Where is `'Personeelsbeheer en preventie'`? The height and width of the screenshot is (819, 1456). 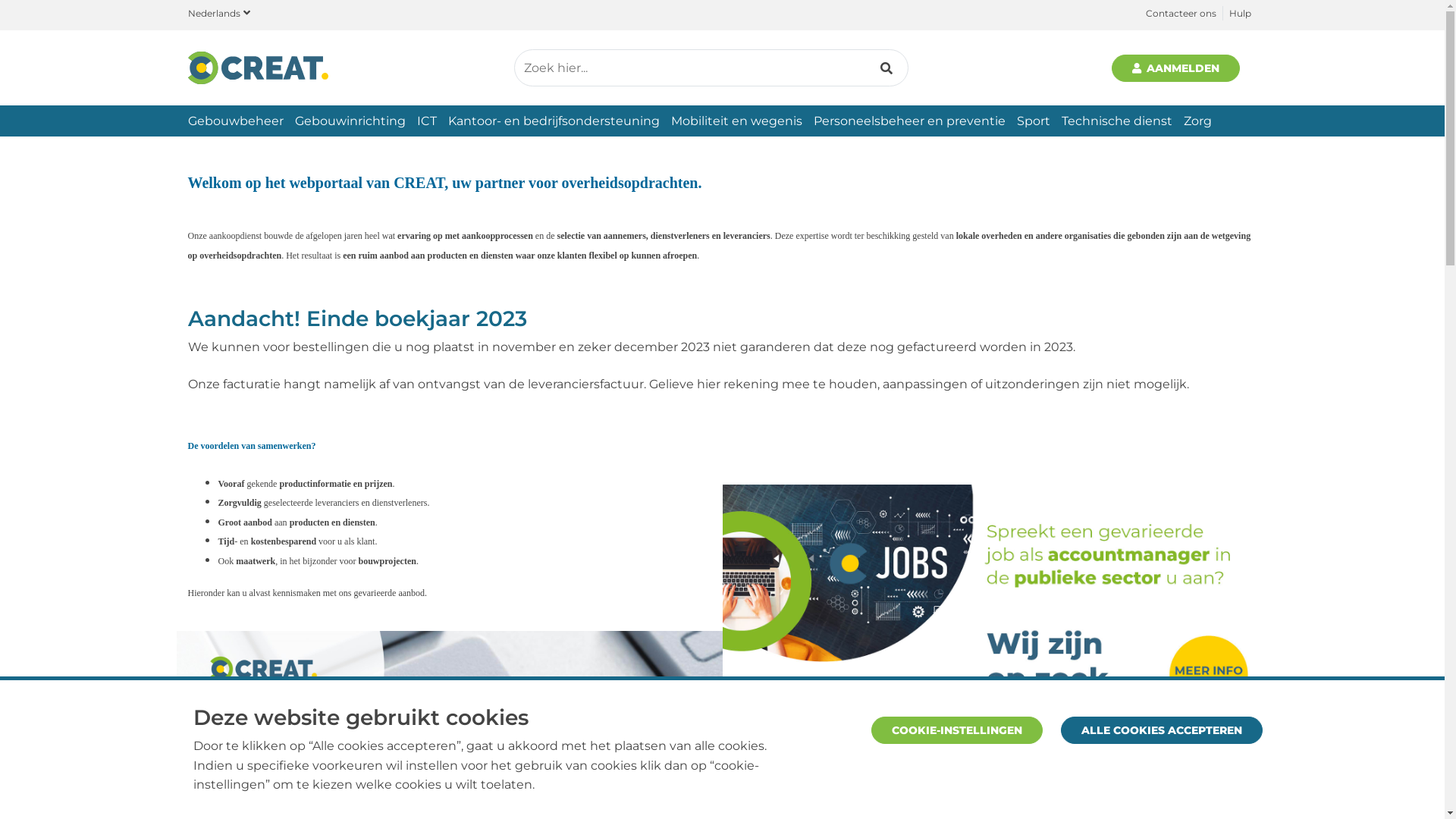
'Personeelsbeheer en preventie' is located at coordinates (908, 120).